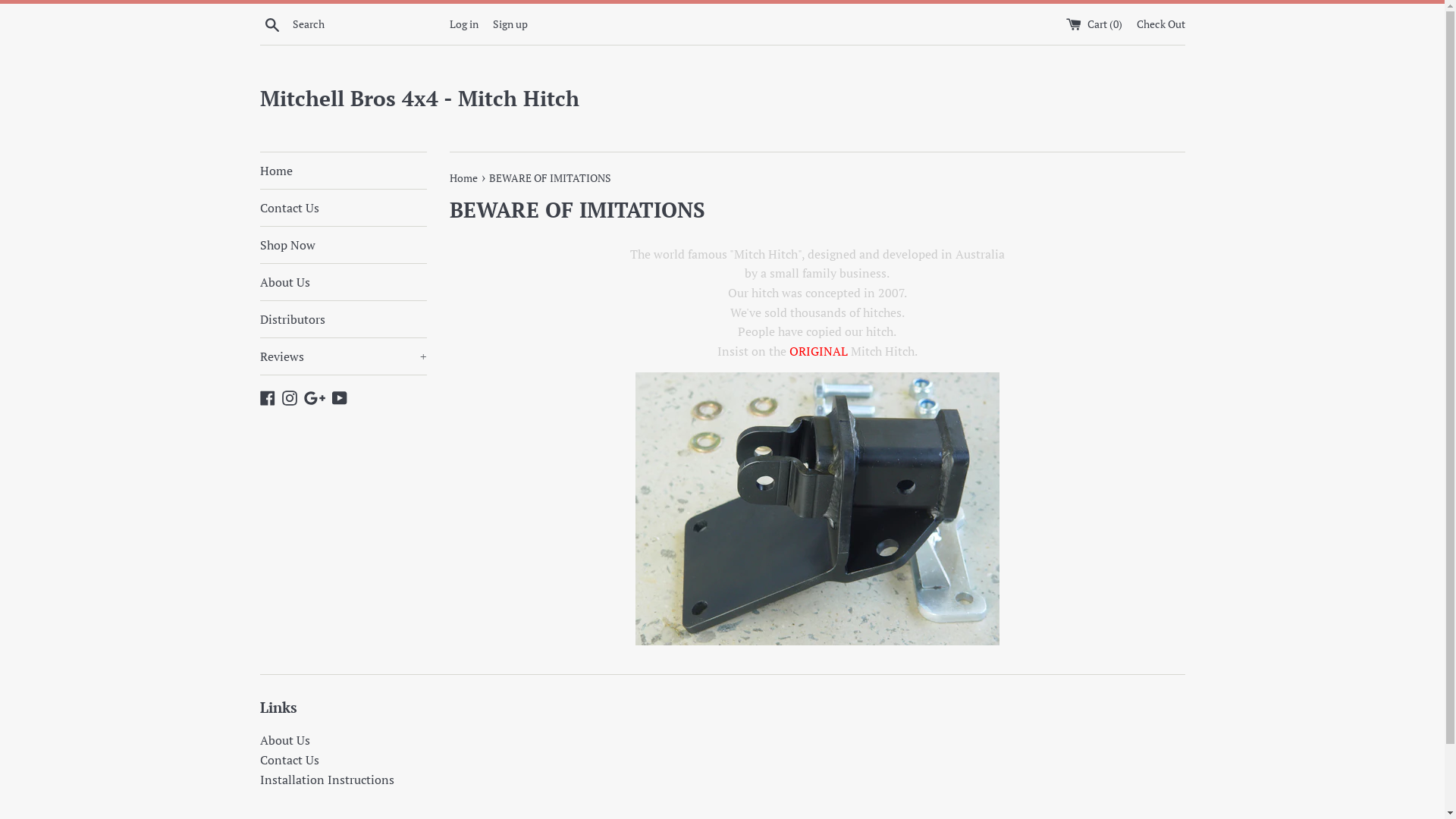 The height and width of the screenshot is (819, 1456). I want to click on 'Search', so click(271, 24).